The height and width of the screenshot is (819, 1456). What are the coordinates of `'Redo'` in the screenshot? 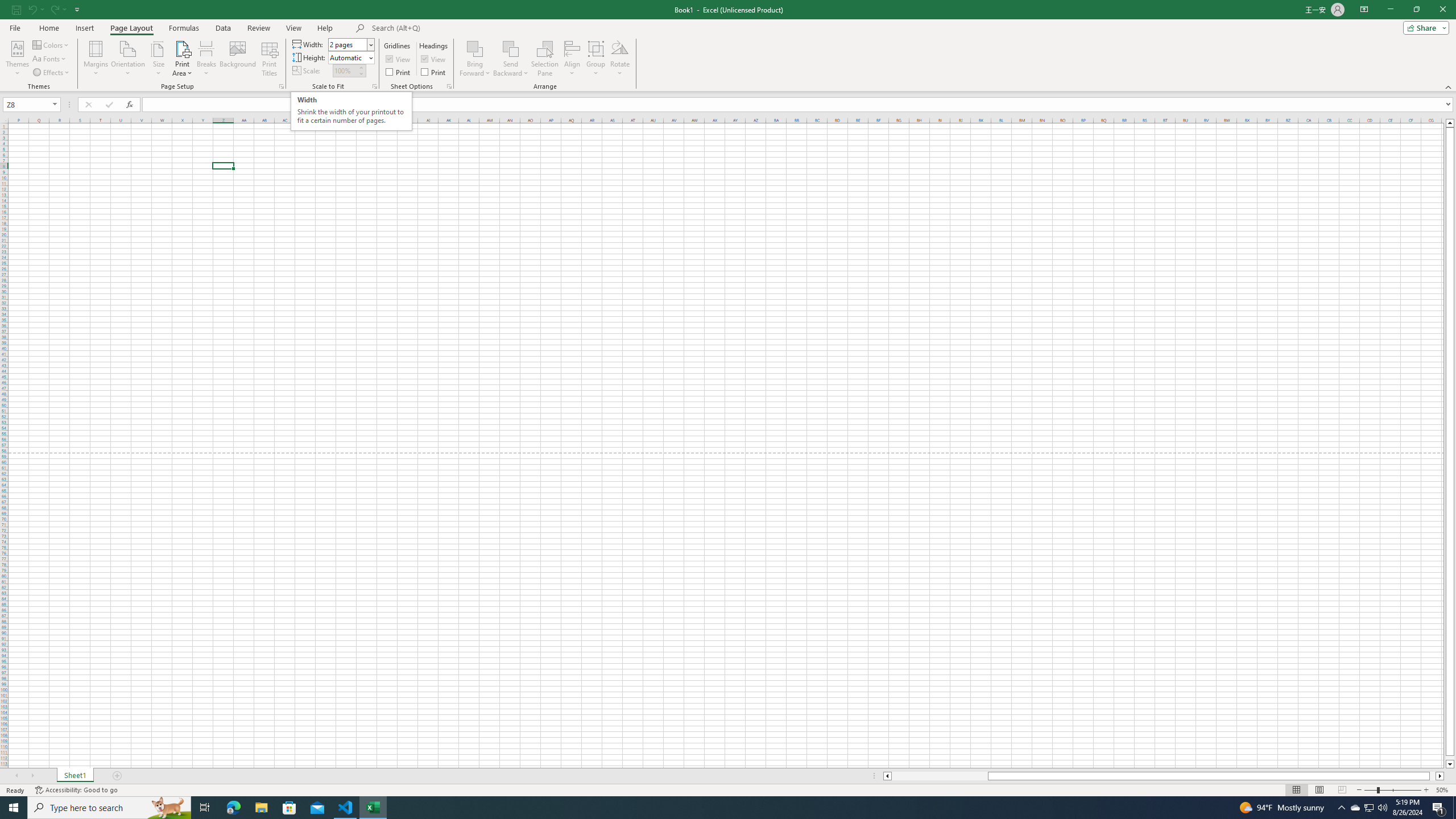 It's located at (57, 9).